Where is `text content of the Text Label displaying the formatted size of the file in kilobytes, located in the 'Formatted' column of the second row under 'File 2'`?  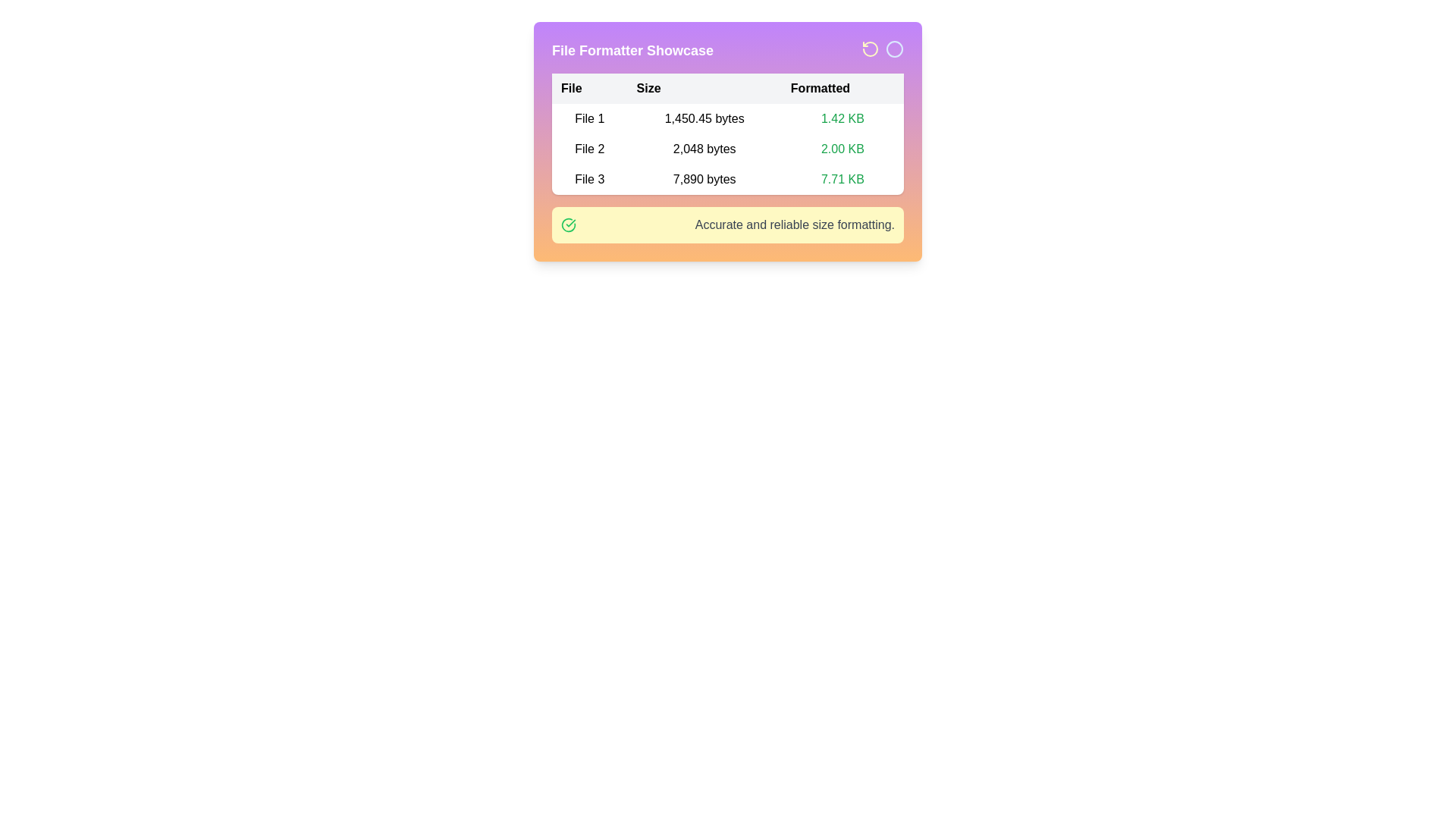 text content of the Text Label displaying the formatted size of the file in kilobytes, located in the 'Formatted' column of the second row under 'File 2' is located at coordinates (842, 149).